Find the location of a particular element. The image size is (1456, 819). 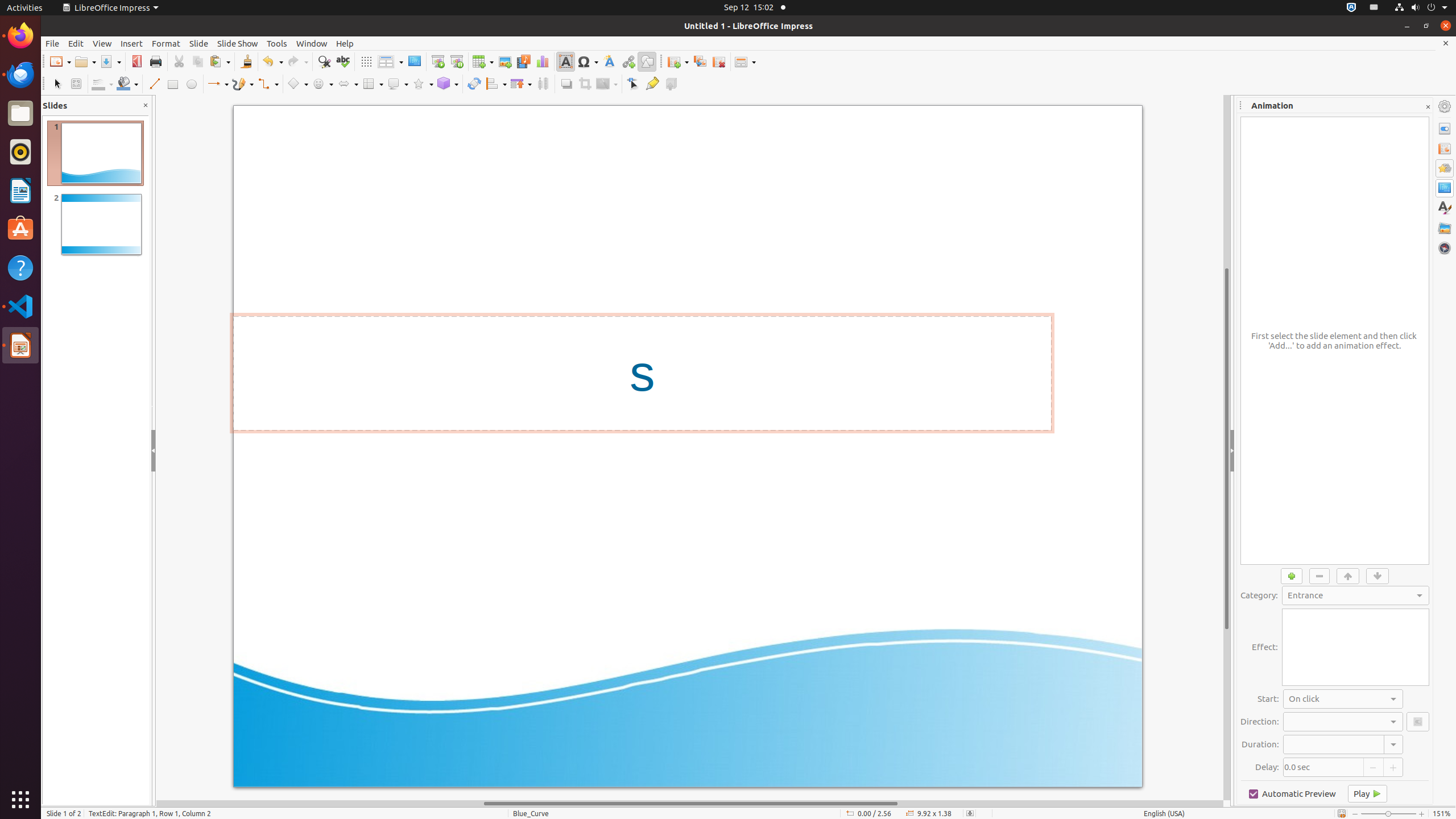

'Properties' is located at coordinates (1444, 128).